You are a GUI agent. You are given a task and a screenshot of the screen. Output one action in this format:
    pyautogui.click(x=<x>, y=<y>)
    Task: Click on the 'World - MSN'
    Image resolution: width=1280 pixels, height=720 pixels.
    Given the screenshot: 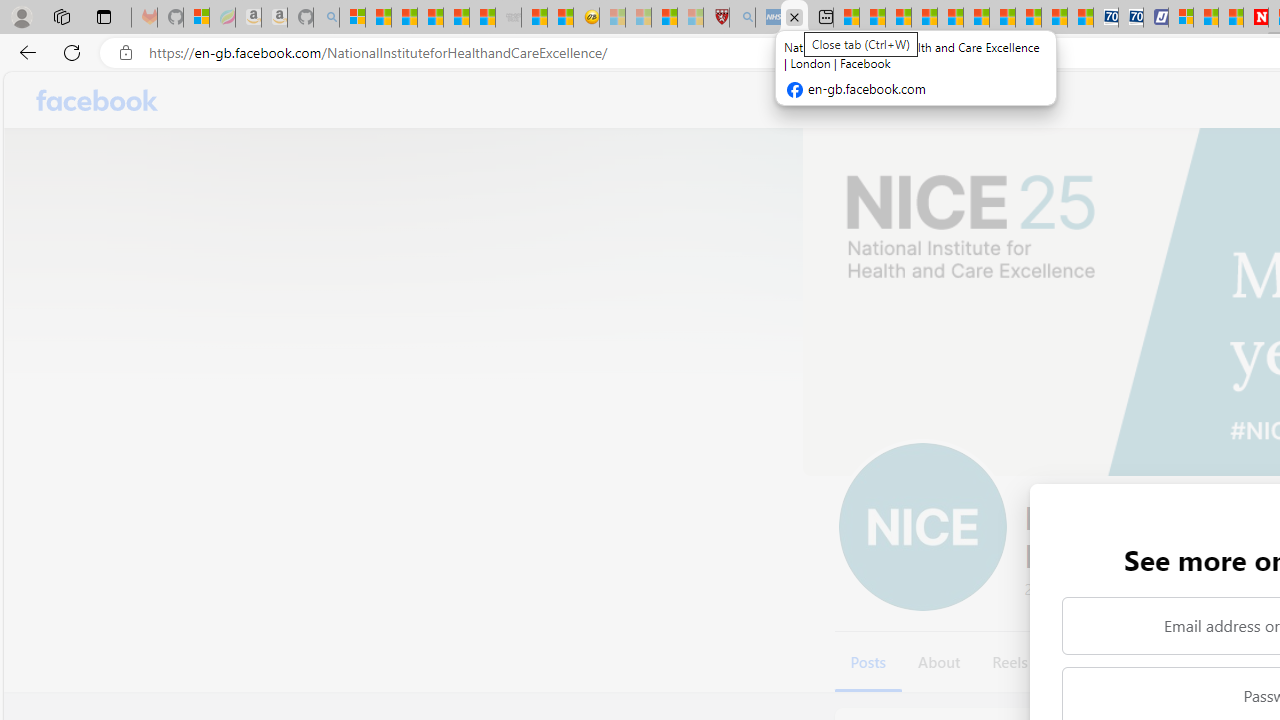 What is the action you would take?
    pyautogui.click(x=897, y=17)
    